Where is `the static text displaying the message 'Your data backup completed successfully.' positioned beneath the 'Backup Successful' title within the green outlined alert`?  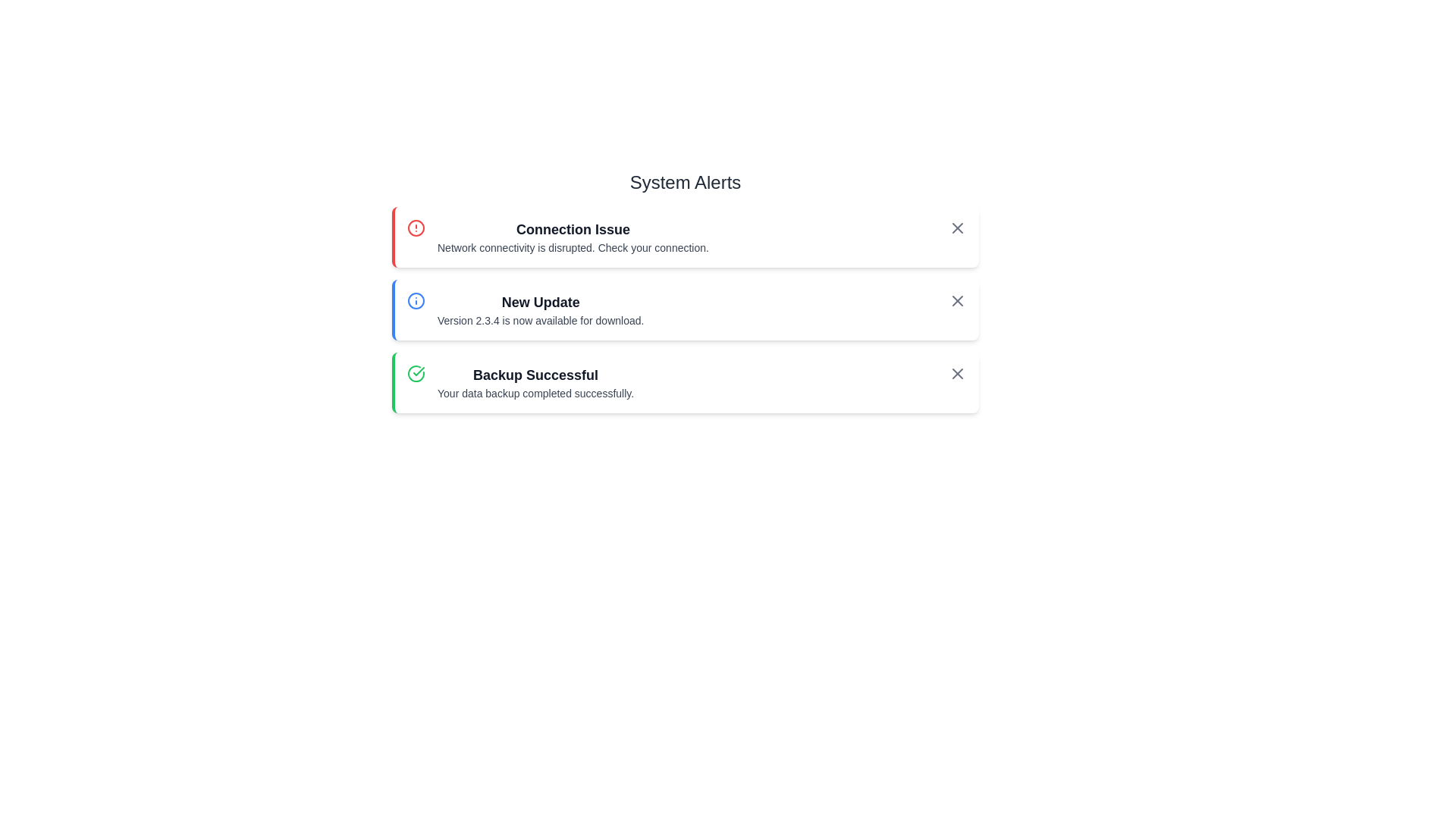 the static text displaying the message 'Your data backup completed successfully.' positioned beneath the 'Backup Successful' title within the green outlined alert is located at coordinates (535, 393).